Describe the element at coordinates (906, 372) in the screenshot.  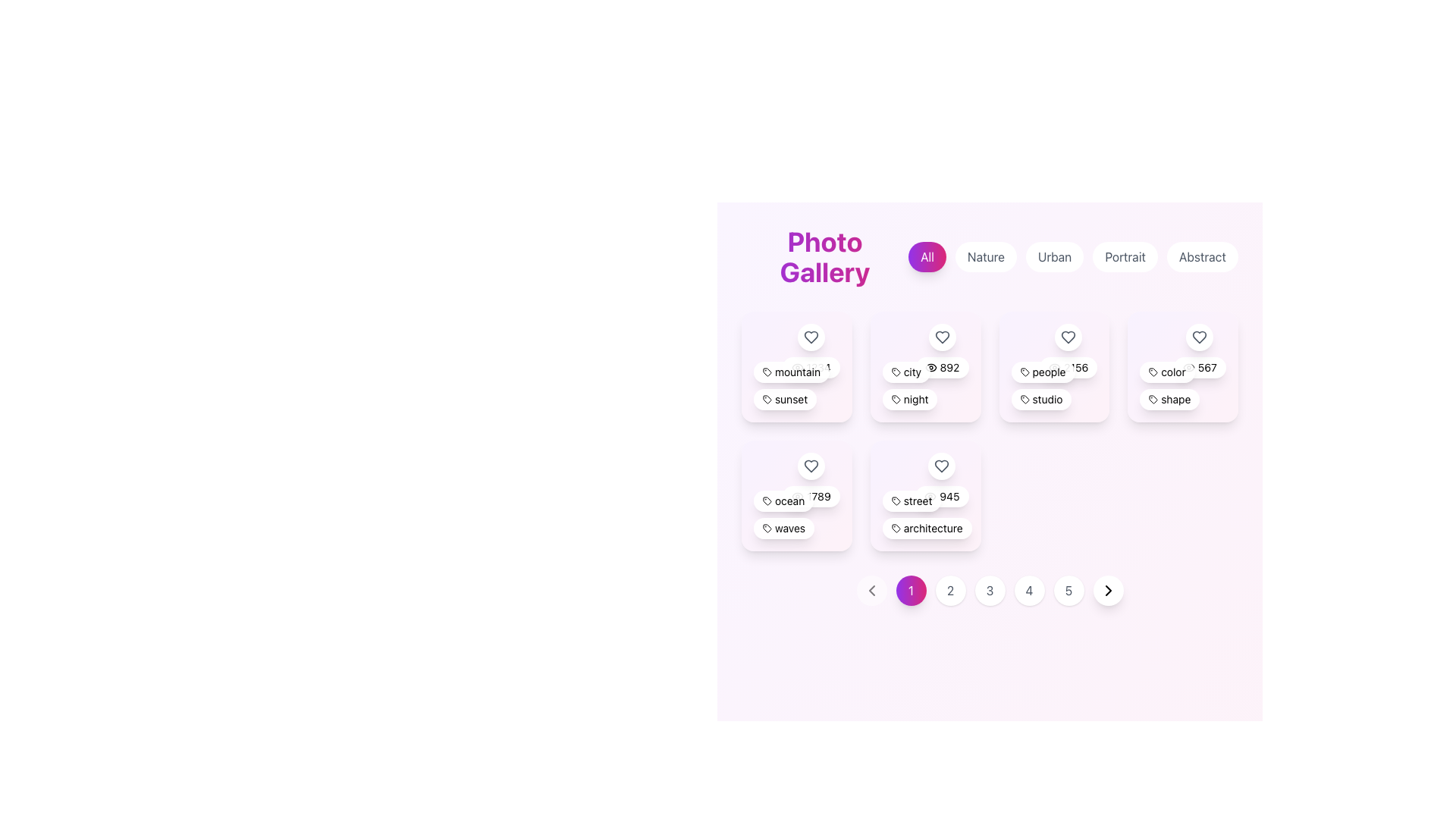
I see `the leftmost tag in the second card of tags displayed in rows, positioned below the 'mountain' tag, to interact with it` at that location.